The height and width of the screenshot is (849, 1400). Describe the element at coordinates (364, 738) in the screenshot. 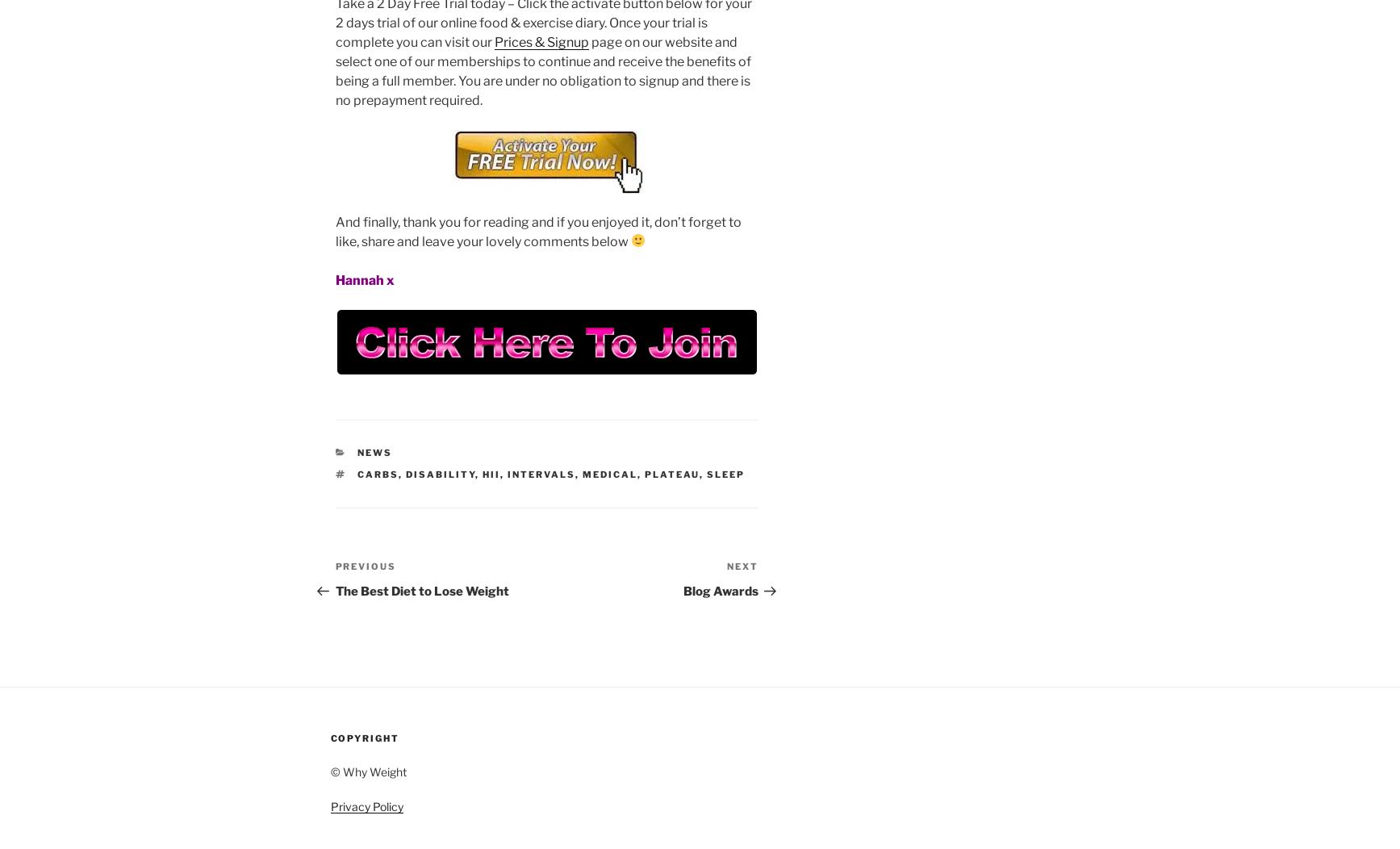

I see `'copyright'` at that location.